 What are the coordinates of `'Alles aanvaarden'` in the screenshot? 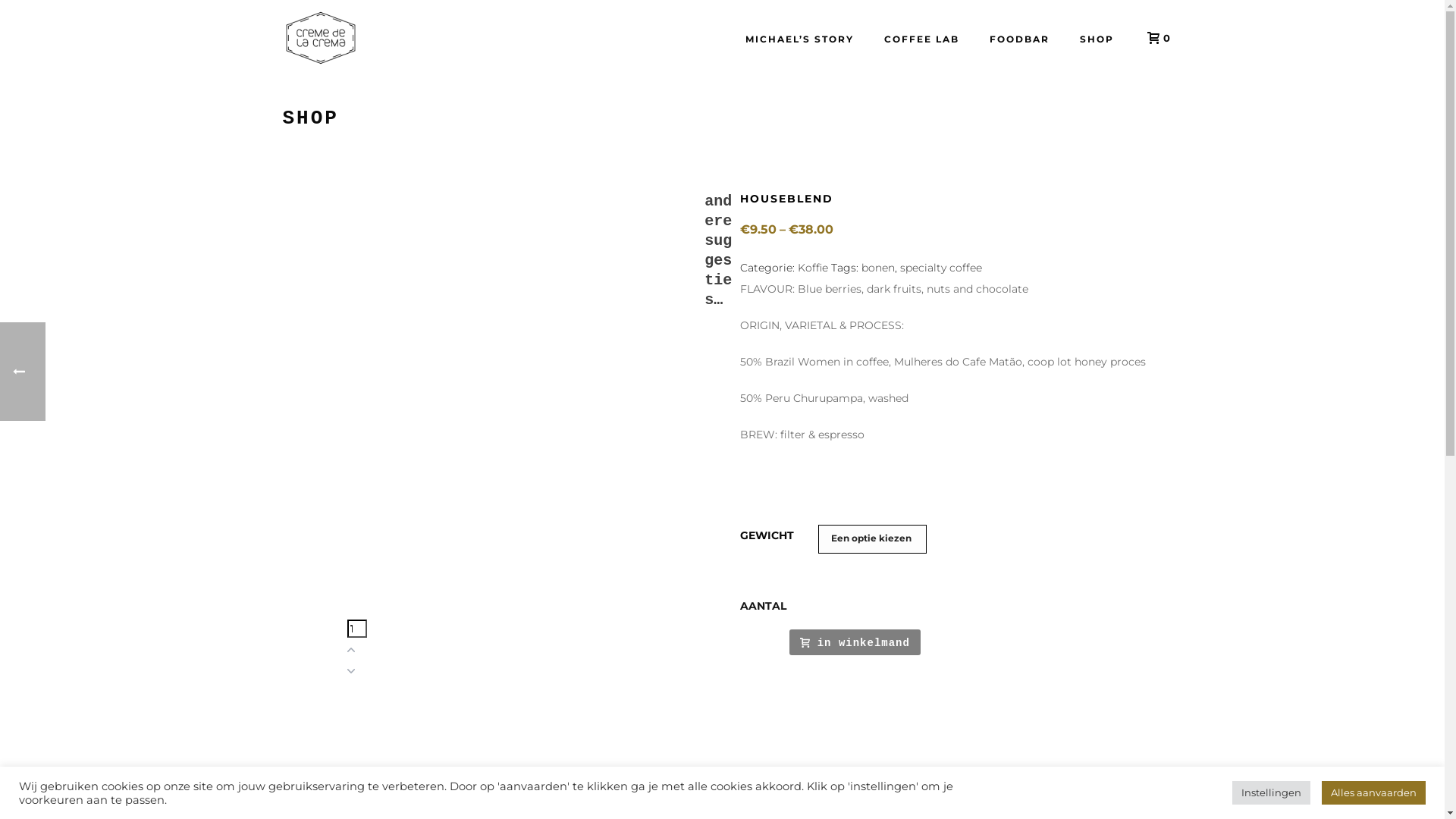 It's located at (1373, 792).